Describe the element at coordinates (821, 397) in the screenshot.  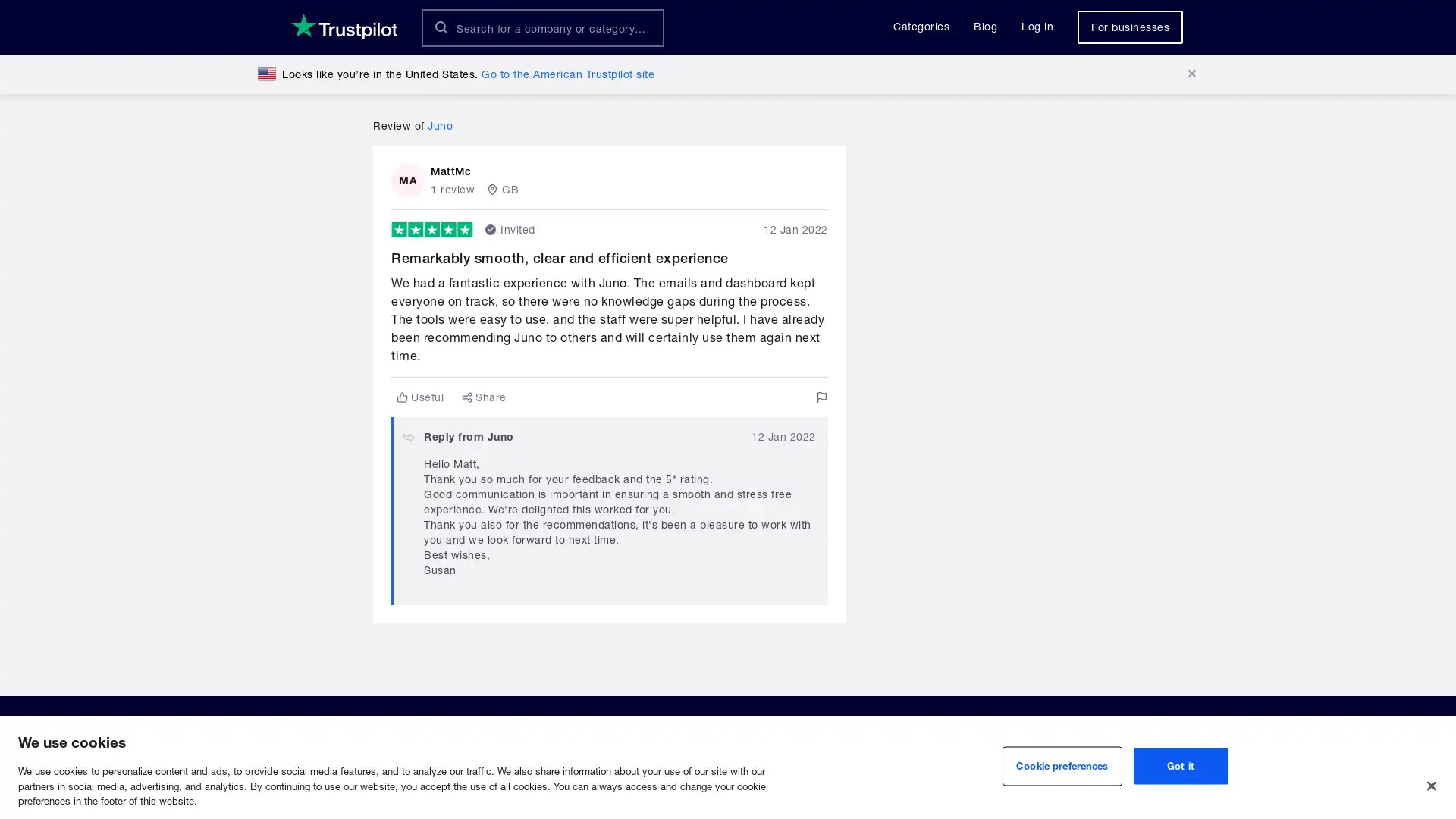
I see `Flag this review` at that location.